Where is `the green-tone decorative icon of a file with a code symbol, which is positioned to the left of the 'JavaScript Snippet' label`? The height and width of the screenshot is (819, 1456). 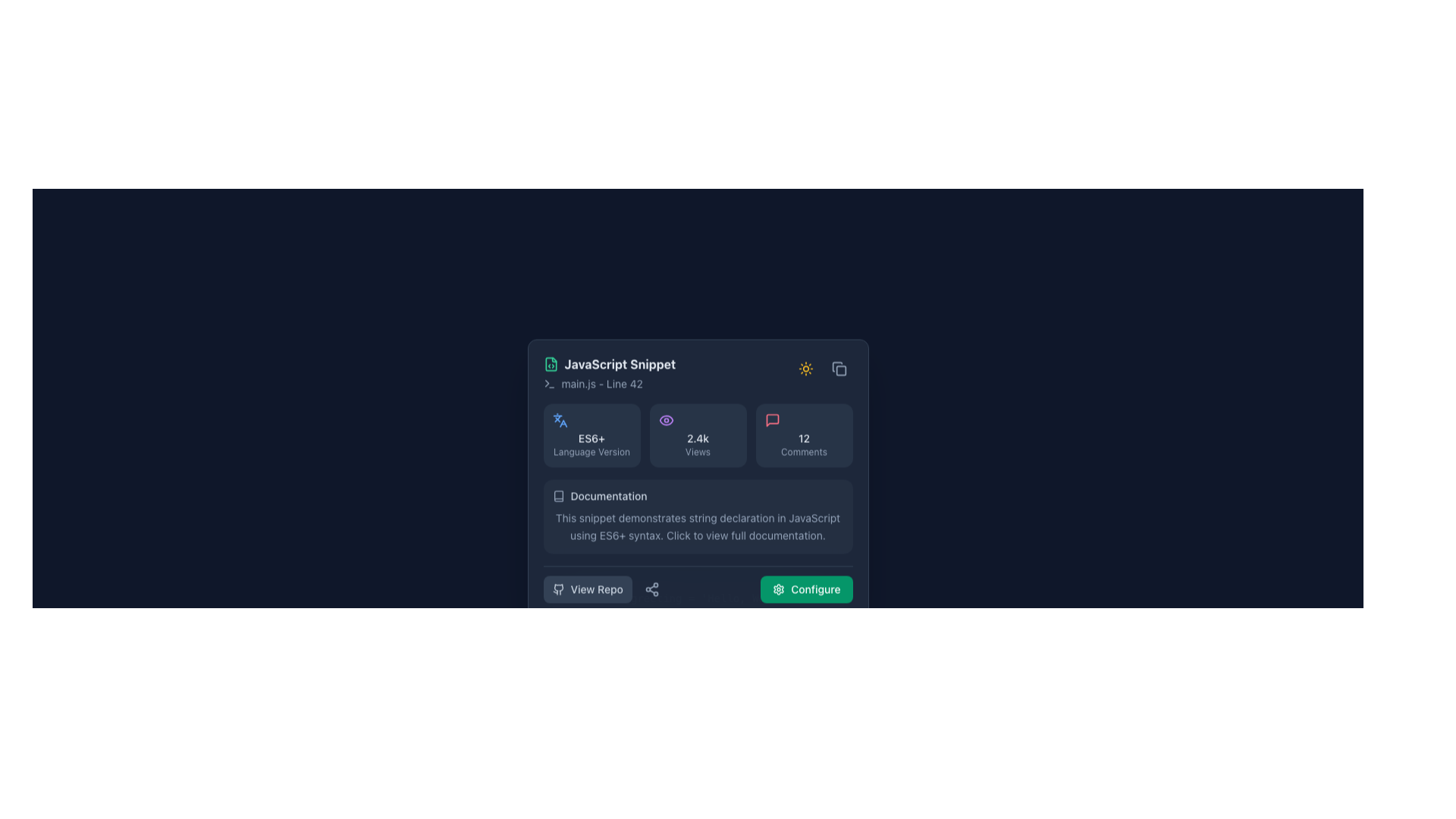 the green-tone decorative icon of a file with a code symbol, which is positioned to the left of the 'JavaScript Snippet' label is located at coordinates (550, 364).